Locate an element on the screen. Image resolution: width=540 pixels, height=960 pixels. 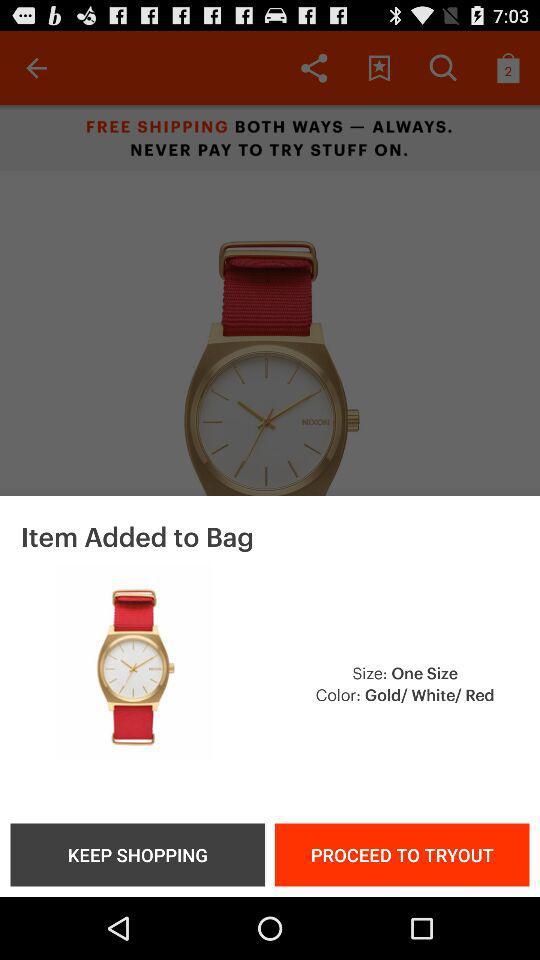
the item next to the proceed to tryout icon is located at coordinates (136, 853).